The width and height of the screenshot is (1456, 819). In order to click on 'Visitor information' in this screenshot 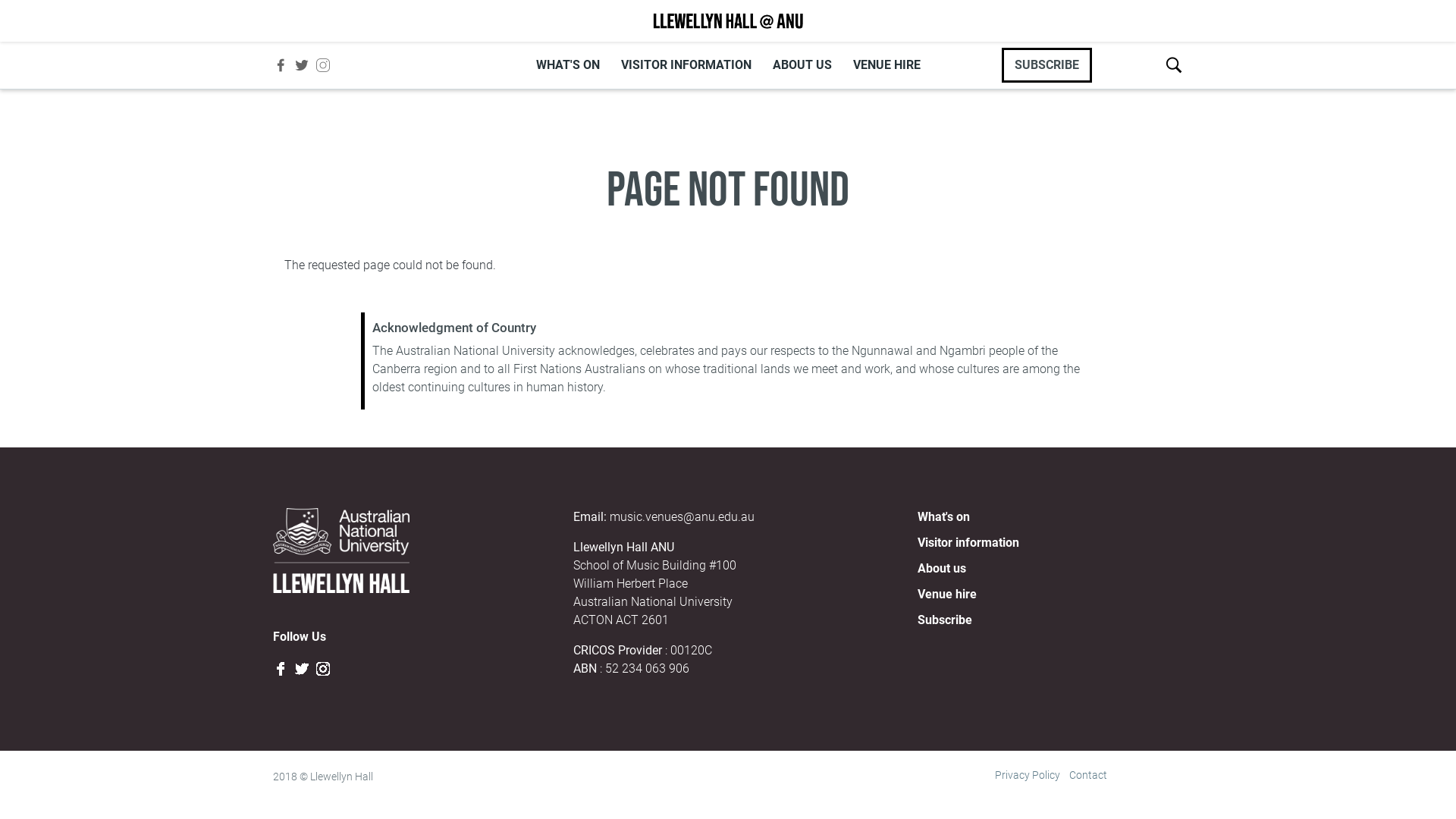, I will do `click(967, 541)`.